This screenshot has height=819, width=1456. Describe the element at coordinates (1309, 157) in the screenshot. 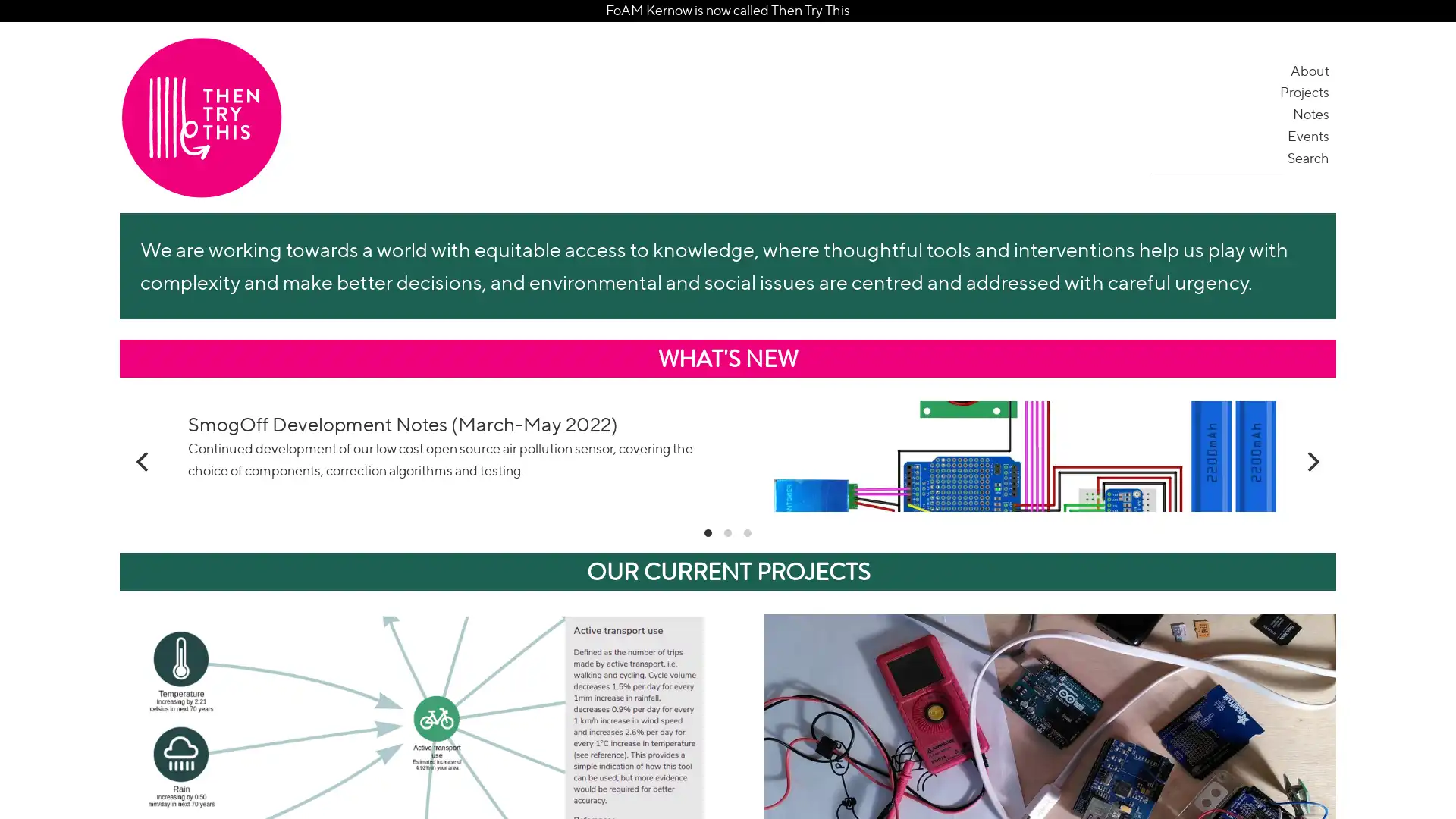

I see `Search` at that location.